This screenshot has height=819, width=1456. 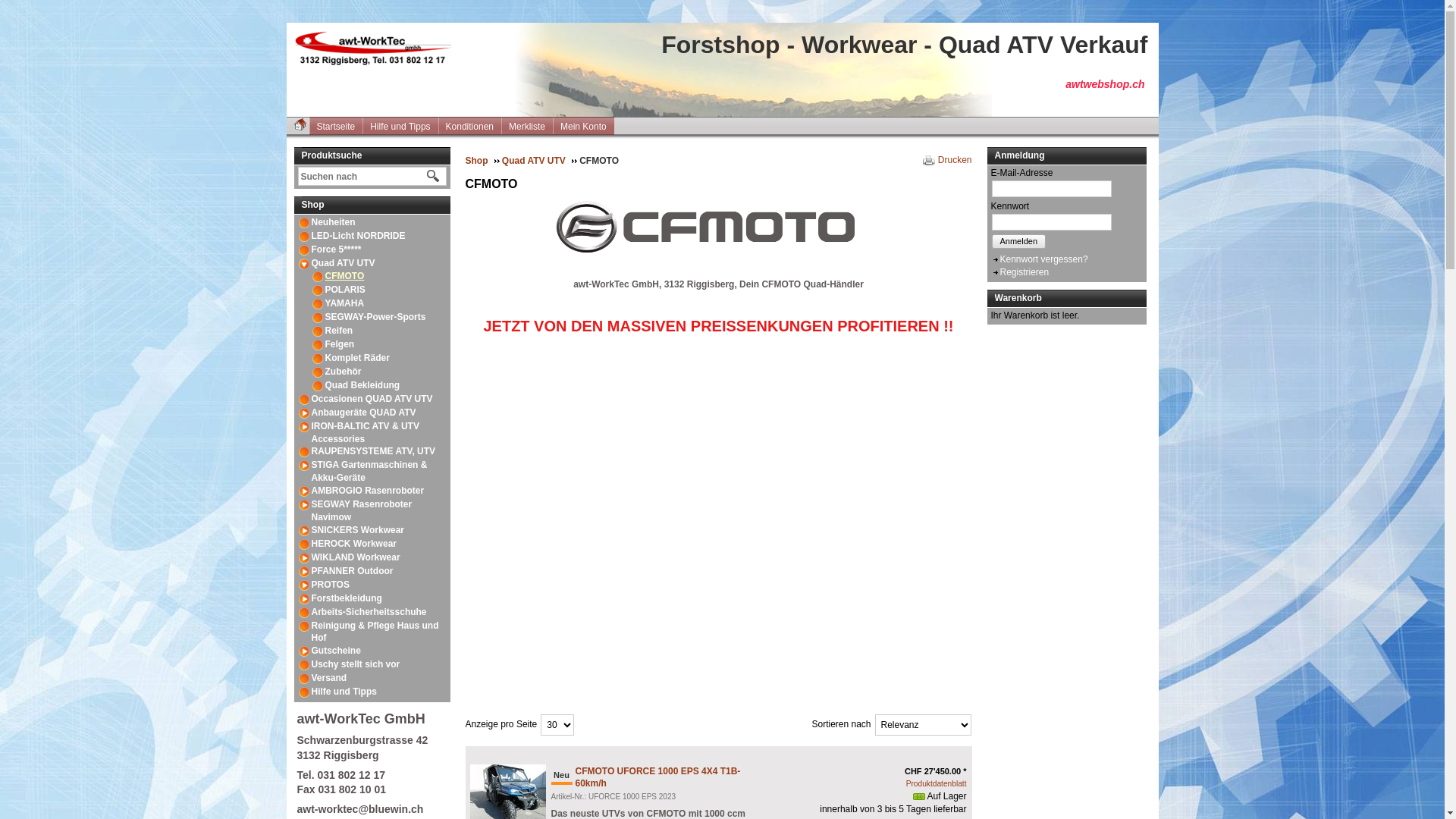 What do you see at coordinates (344, 303) in the screenshot?
I see `'YAMAHA'` at bounding box center [344, 303].